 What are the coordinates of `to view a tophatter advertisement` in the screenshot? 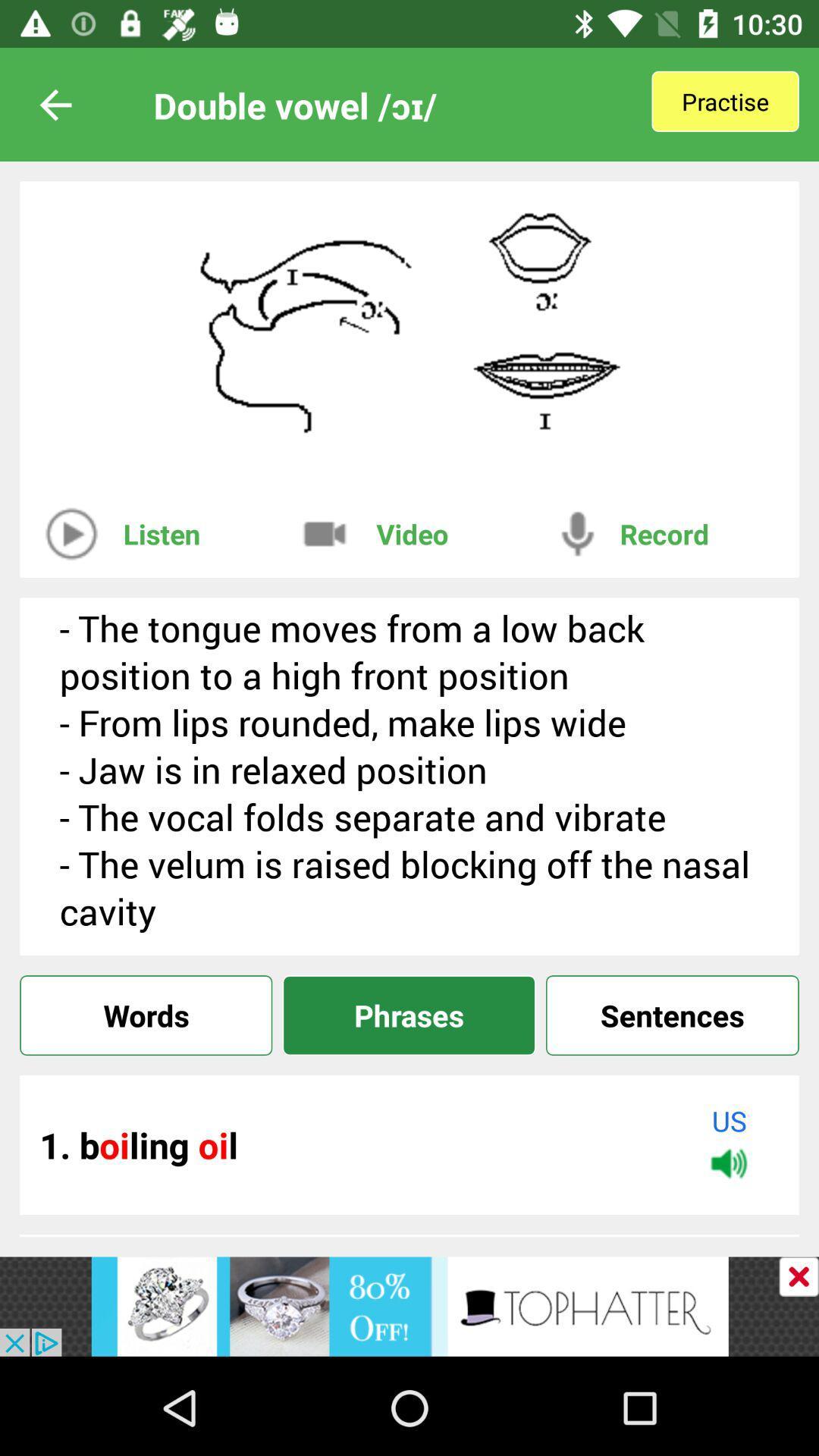 It's located at (409, 1306).